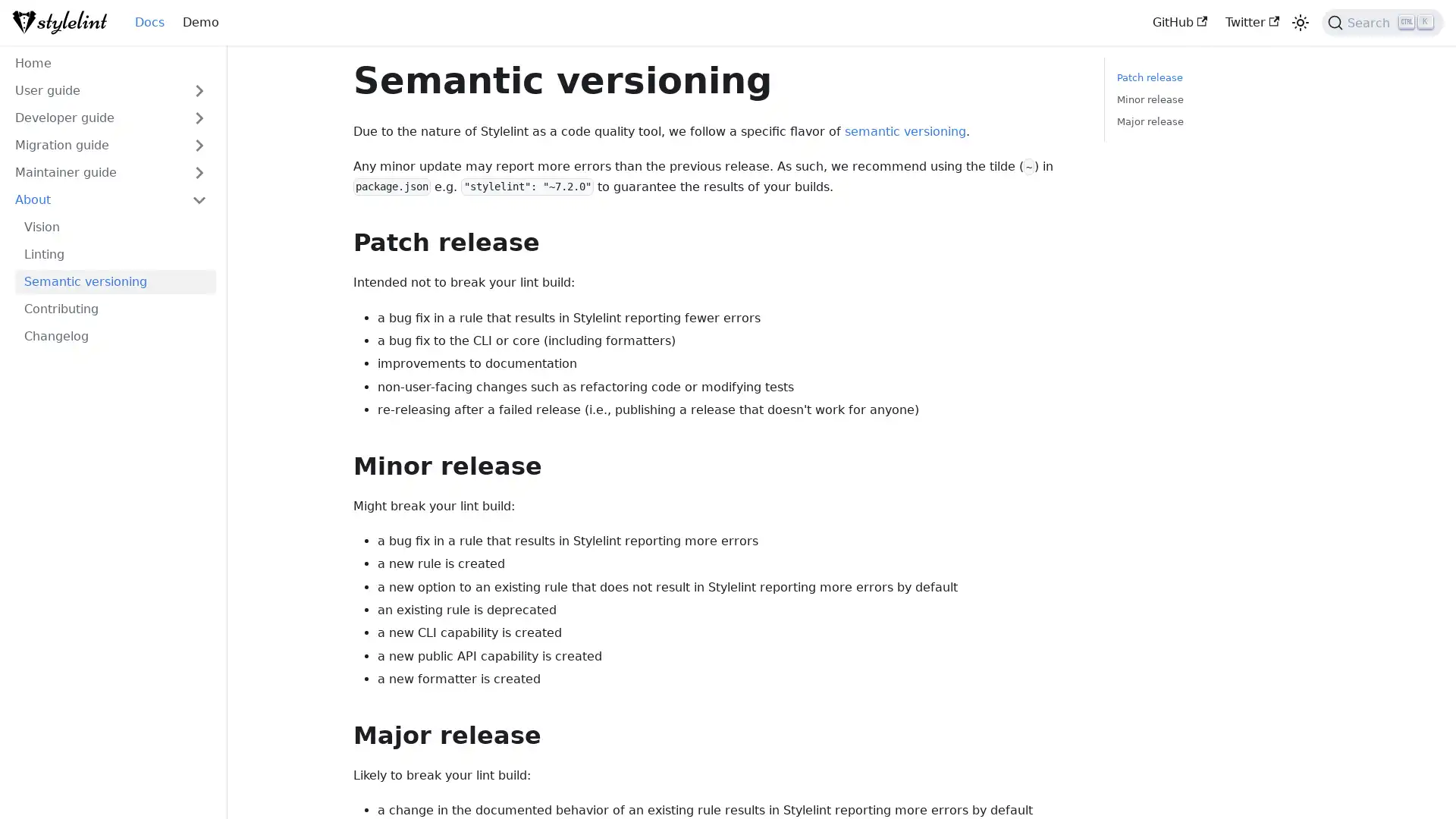 The height and width of the screenshot is (819, 1456). I want to click on Search, so click(1382, 23).